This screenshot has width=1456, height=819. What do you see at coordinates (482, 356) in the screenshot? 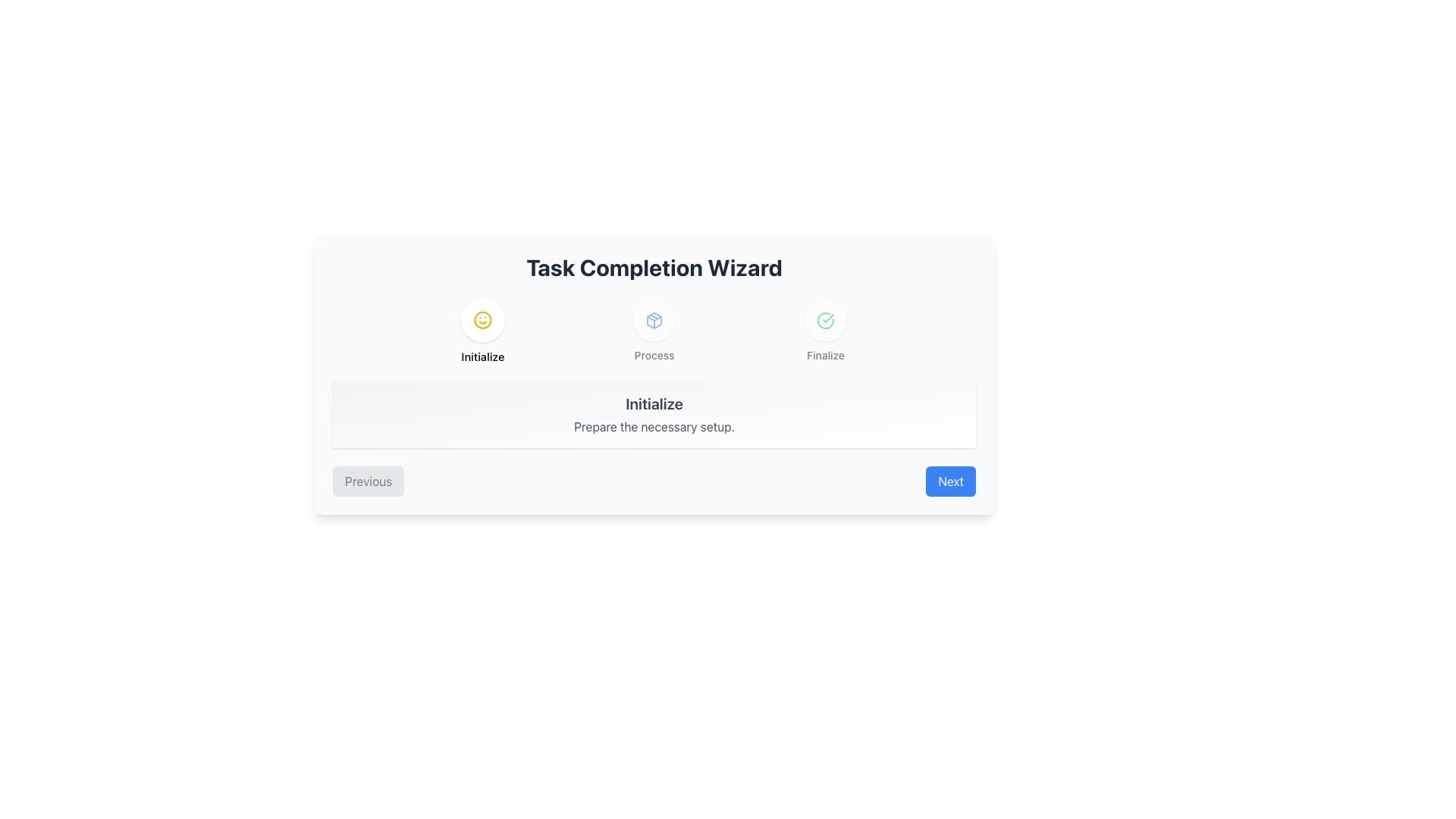
I see `text label that describes the first step in the multi-step process, which is labeled 'Initialize.' This label is positioned below a circular smiley face icon` at bounding box center [482, 356].